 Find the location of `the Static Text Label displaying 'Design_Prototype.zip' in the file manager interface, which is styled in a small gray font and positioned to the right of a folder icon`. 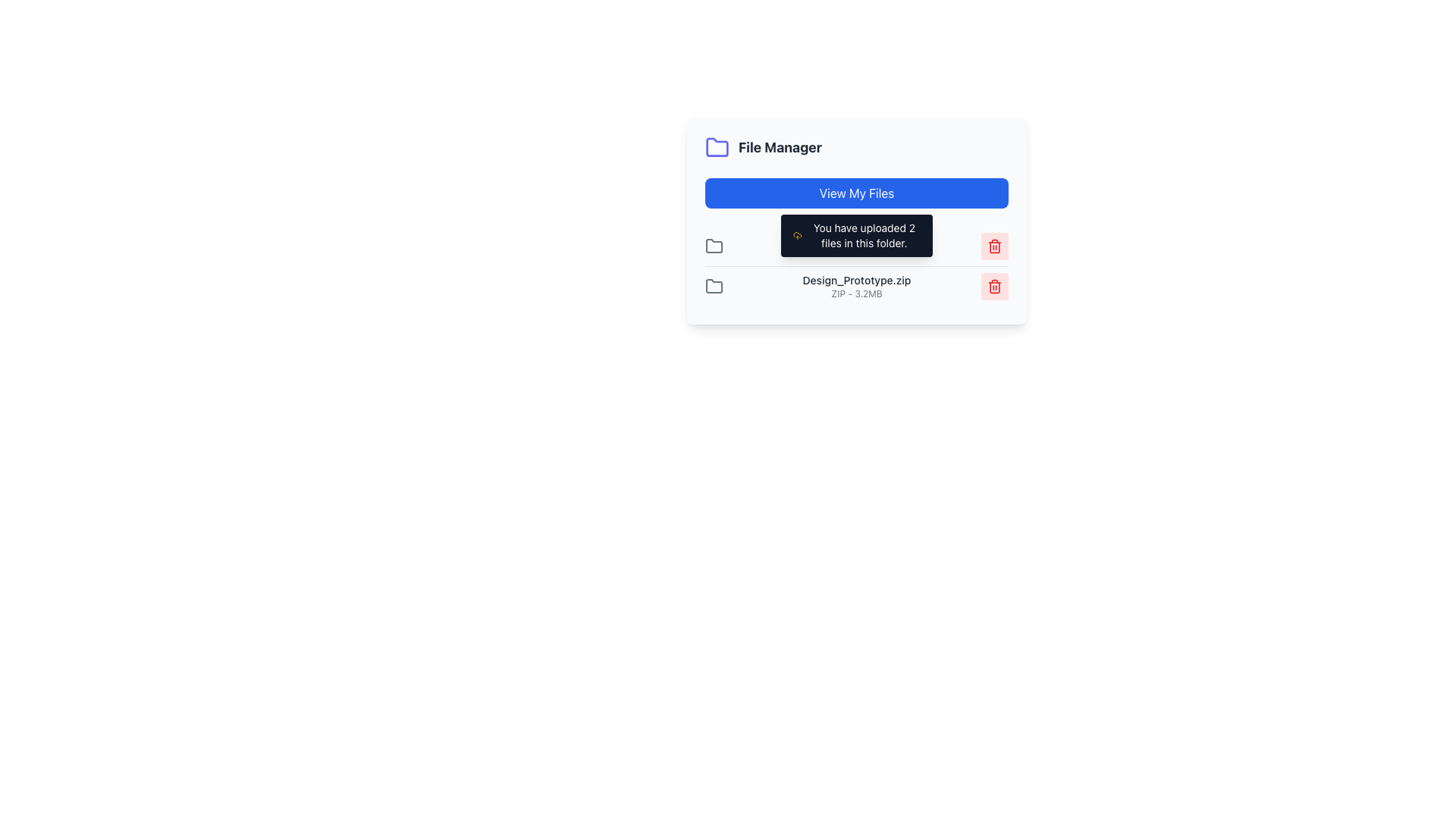

the Static Text Label displaying 'Design_Prototype.zip' in the file manager interface, which is styled in a small gray font and positioned to the right of a folder icon is located at coordinates (856, 281).